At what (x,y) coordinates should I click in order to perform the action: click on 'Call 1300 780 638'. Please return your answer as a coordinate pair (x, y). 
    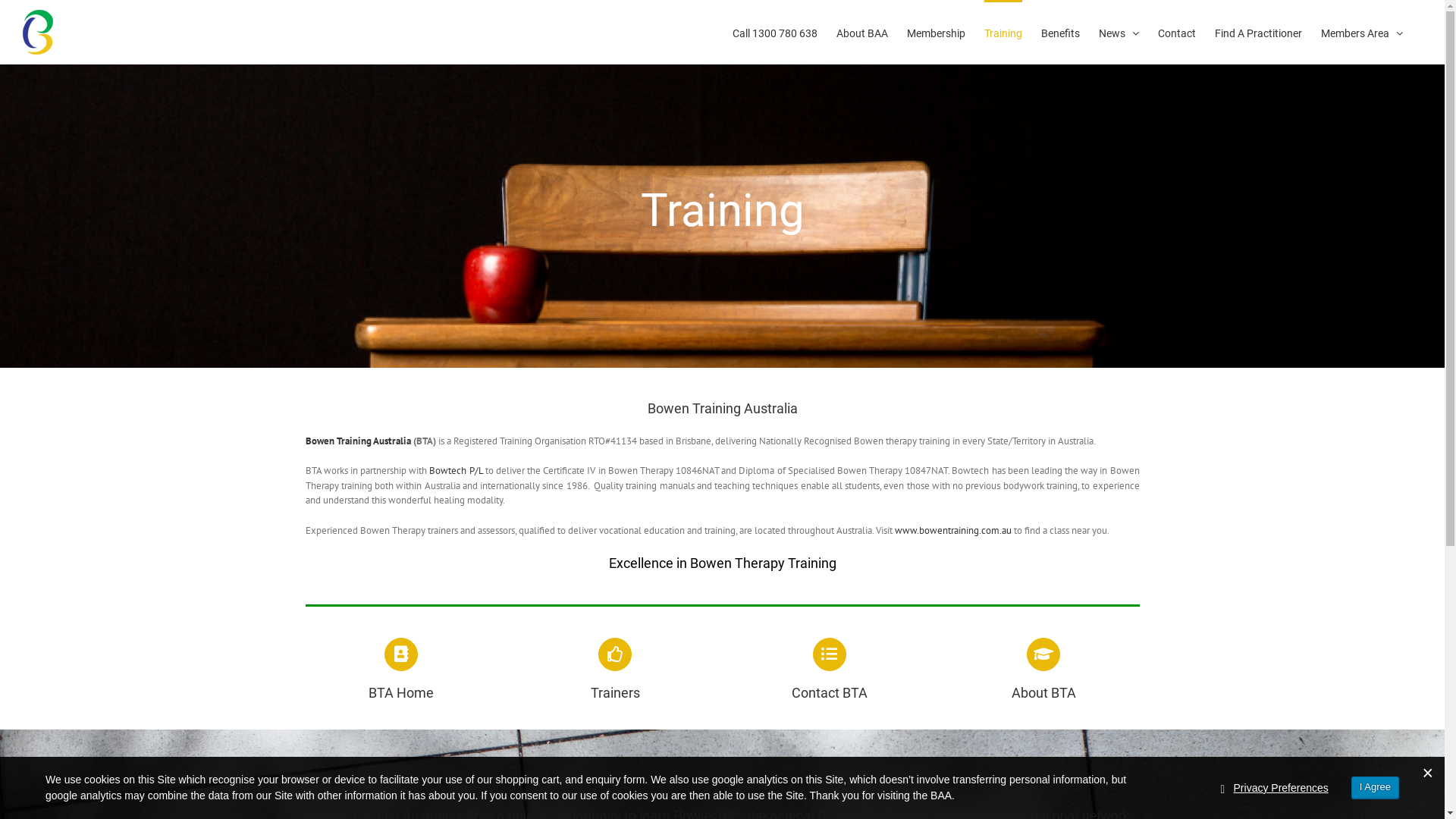
    Looking at the image, I should click on (732, 32).